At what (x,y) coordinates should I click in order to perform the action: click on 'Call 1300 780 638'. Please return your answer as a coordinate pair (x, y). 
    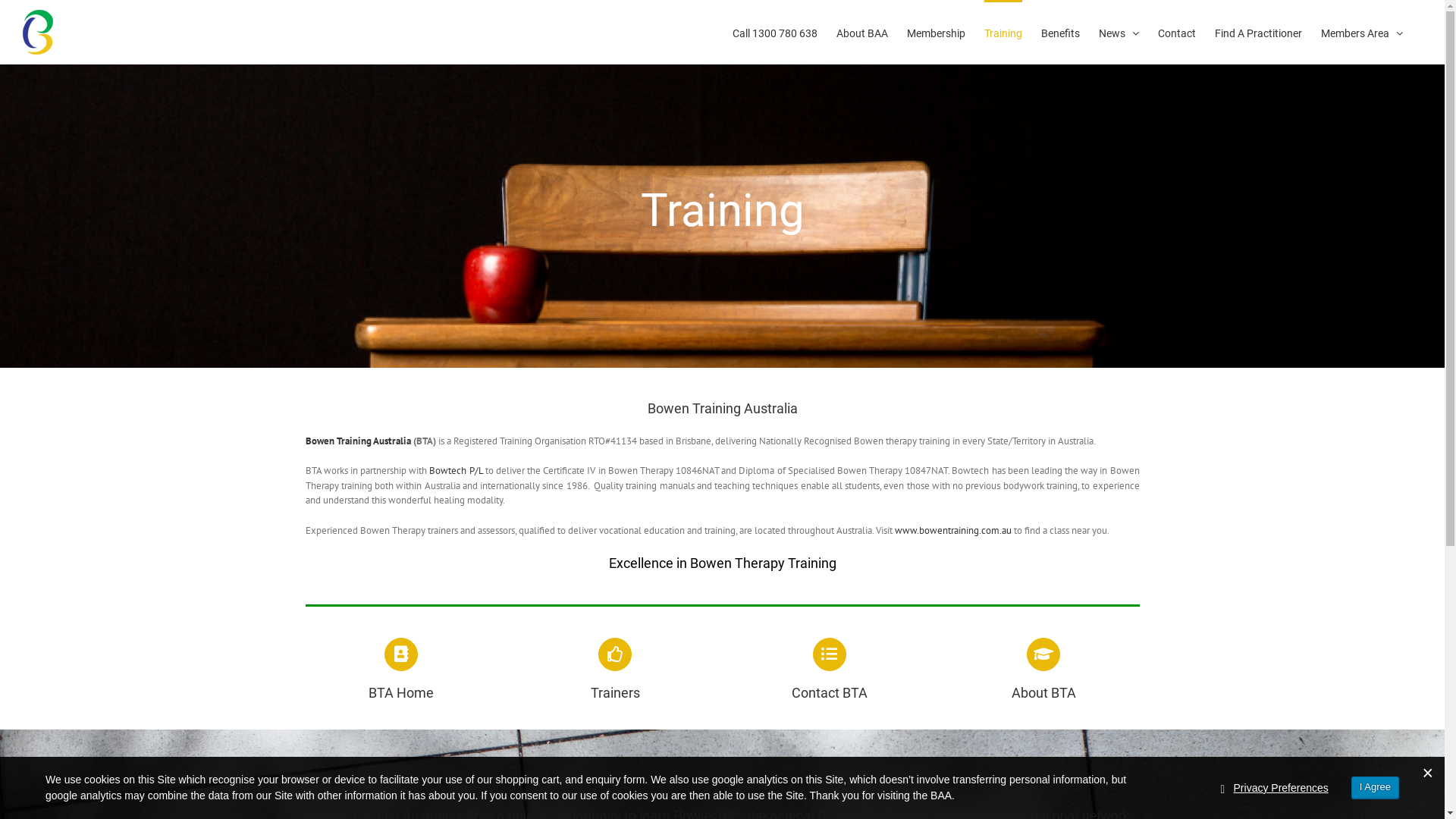
    Looking at the image, I should click on (732, 32).